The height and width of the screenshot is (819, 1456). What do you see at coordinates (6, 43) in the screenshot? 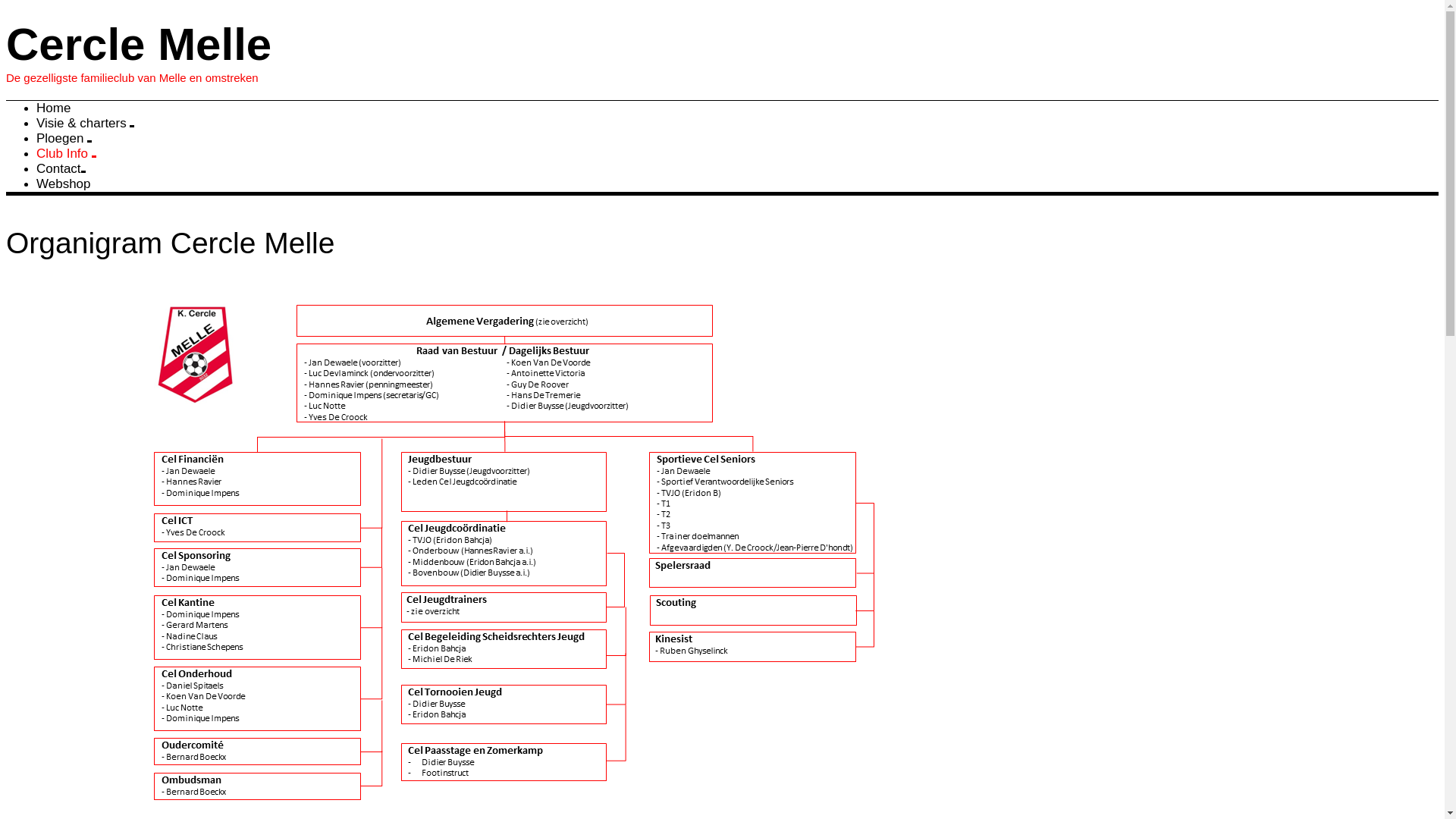
I see `'Cercle Melle'` at bounding box center [6, 43].